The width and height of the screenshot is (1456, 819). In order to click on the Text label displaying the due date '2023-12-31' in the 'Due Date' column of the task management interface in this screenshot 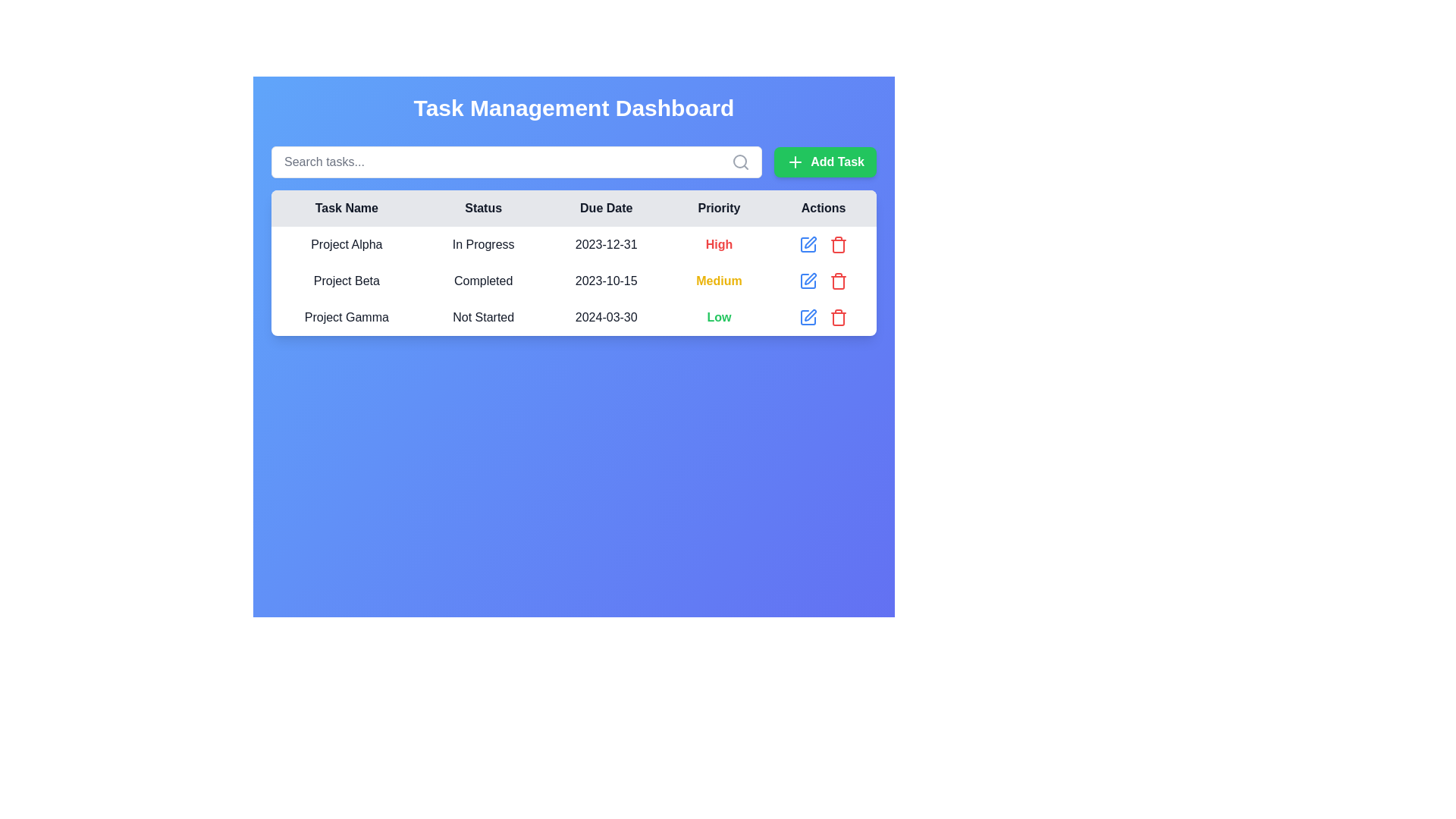, I will do `click(605, 244)`.